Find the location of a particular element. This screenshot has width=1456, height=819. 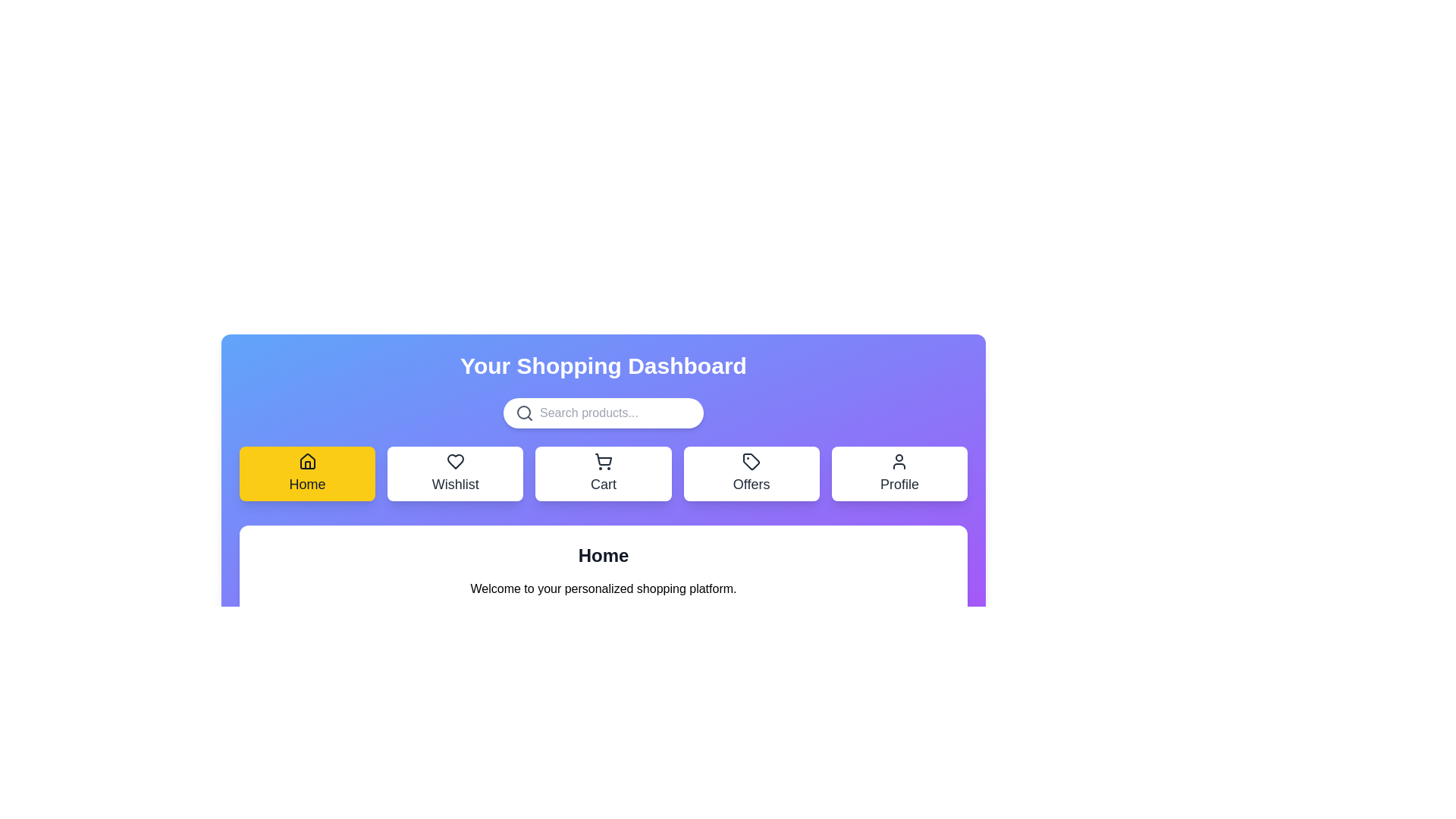

the rectangular button labeled 'Profile' with a user icon above the text is located at coordinates (899, 472).